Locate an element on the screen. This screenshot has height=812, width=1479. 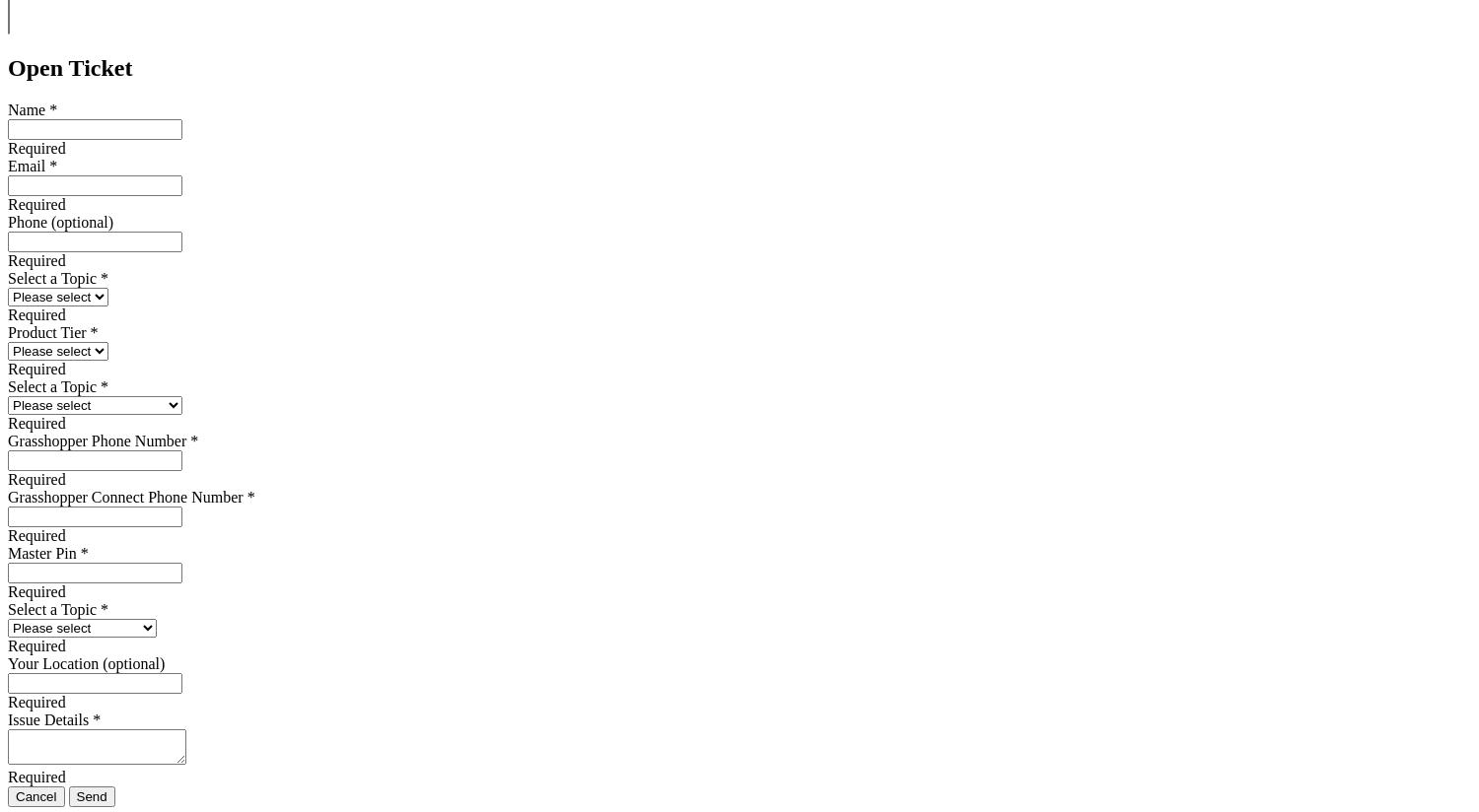
'Email' is located at coordinates (26, 165).